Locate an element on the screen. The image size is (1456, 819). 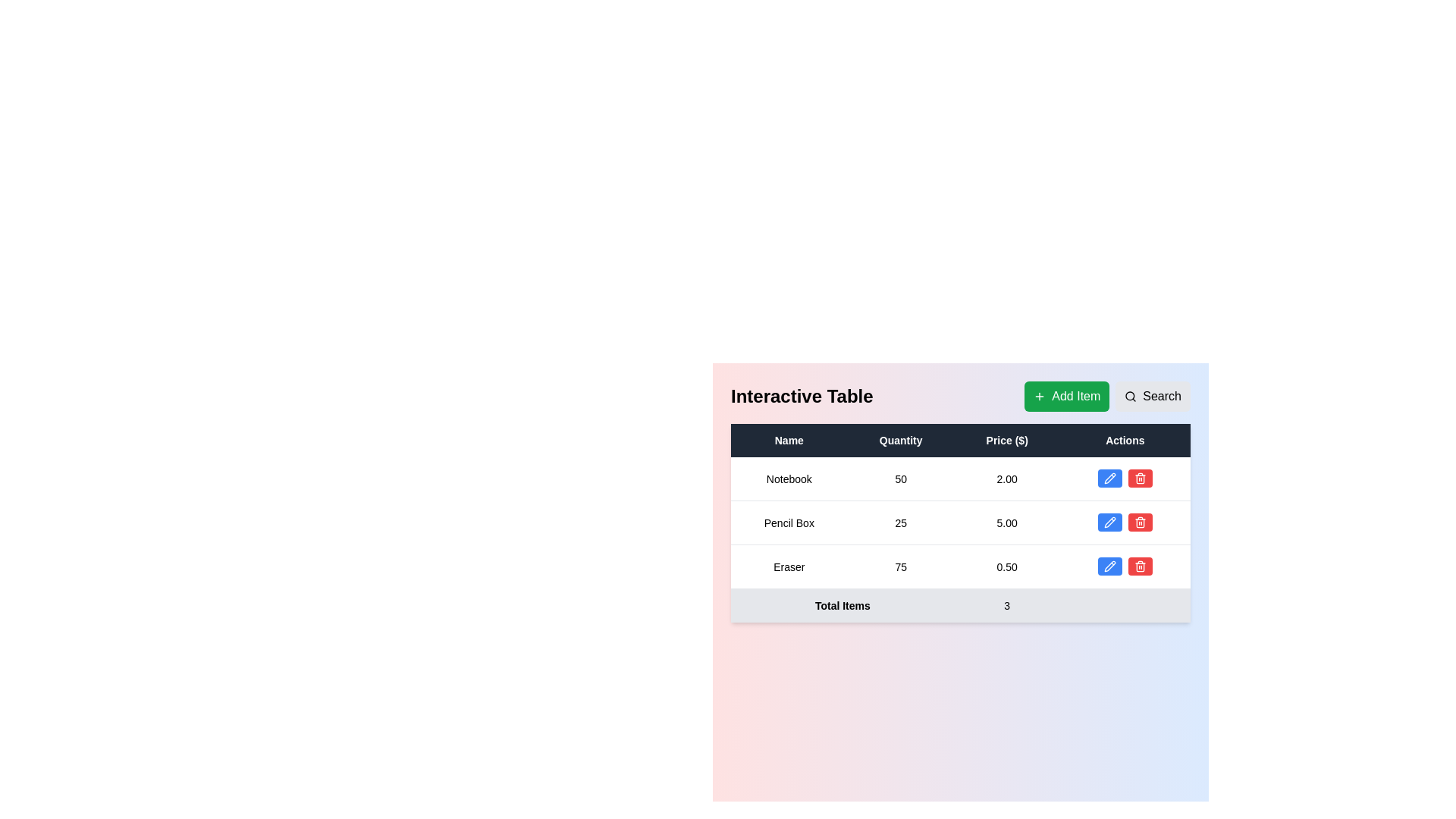
the delete button located in the 'Actions' column of the third row of the table, which is positioned to the right of a blue button with a pencil icon is located at coordinates (1140, 566).